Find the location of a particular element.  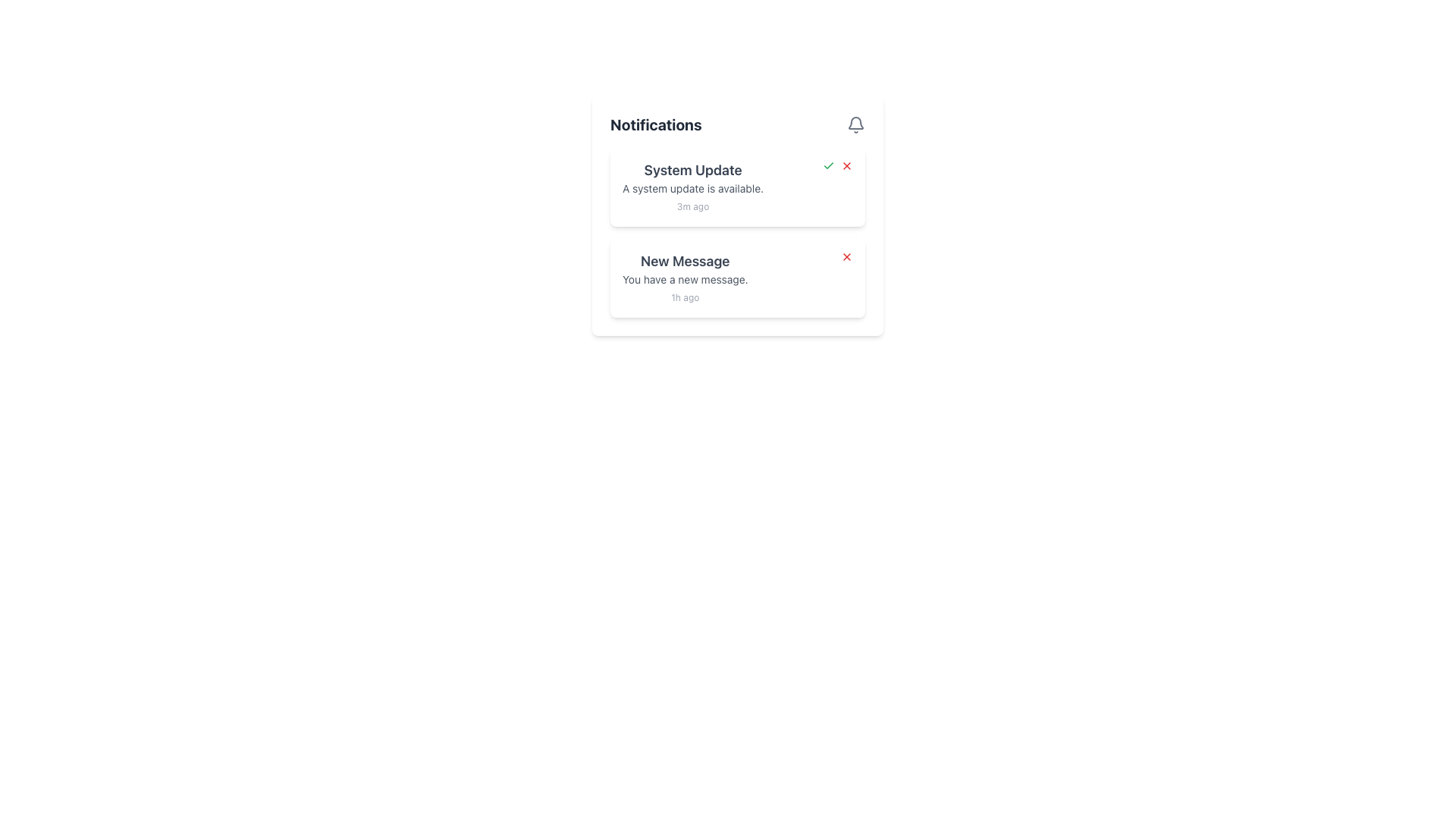

bold title text displaying 'Notifications' located at the top-left of the notification panel UI is located at coordinates (656, 124).